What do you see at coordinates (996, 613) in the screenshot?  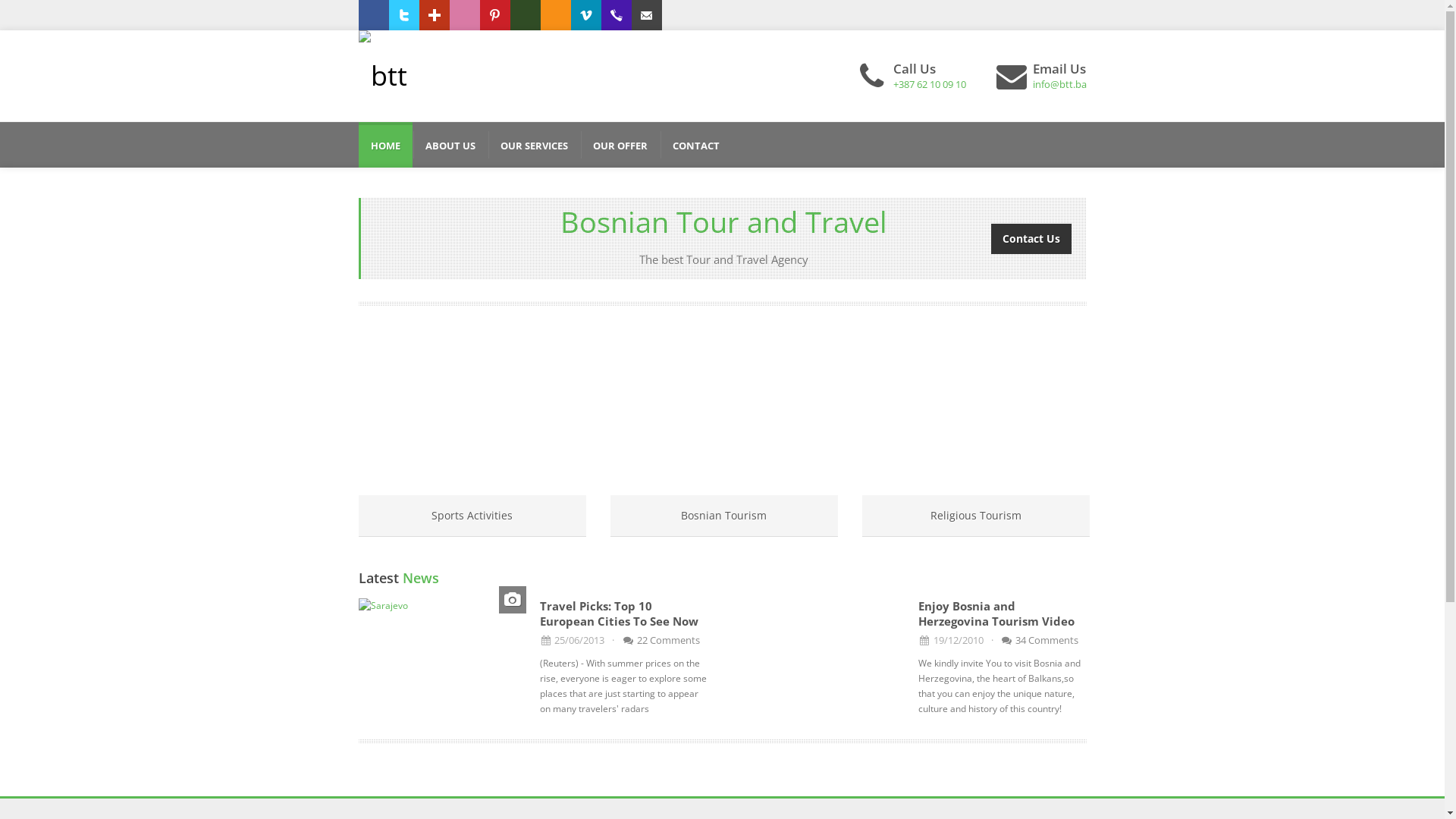 I see `'Enjoy Bosnia and Herzegovina Tourism Video'` at bounding box center [996, 613].